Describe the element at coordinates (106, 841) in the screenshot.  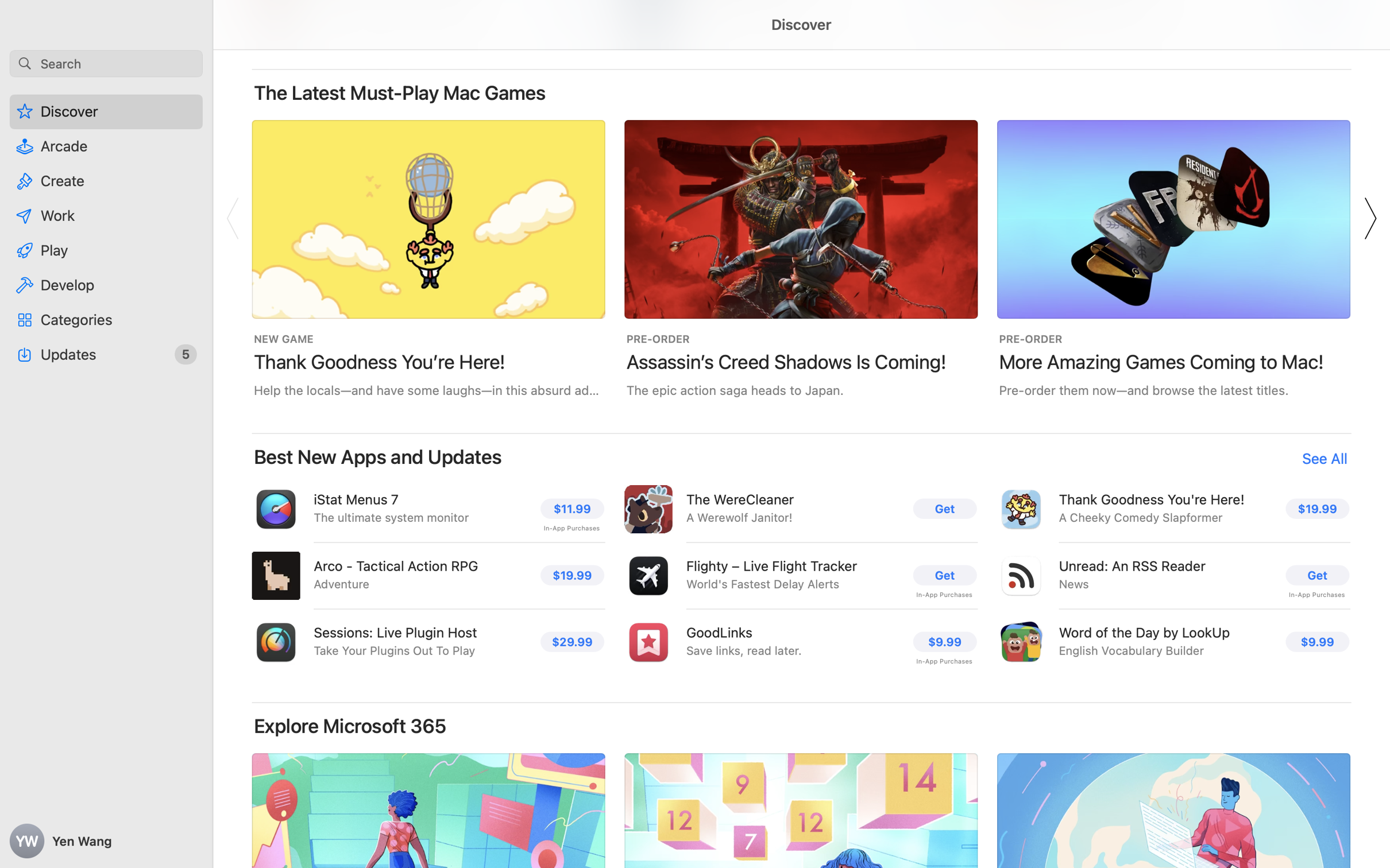
I see `'Yen Wang'` at that location.